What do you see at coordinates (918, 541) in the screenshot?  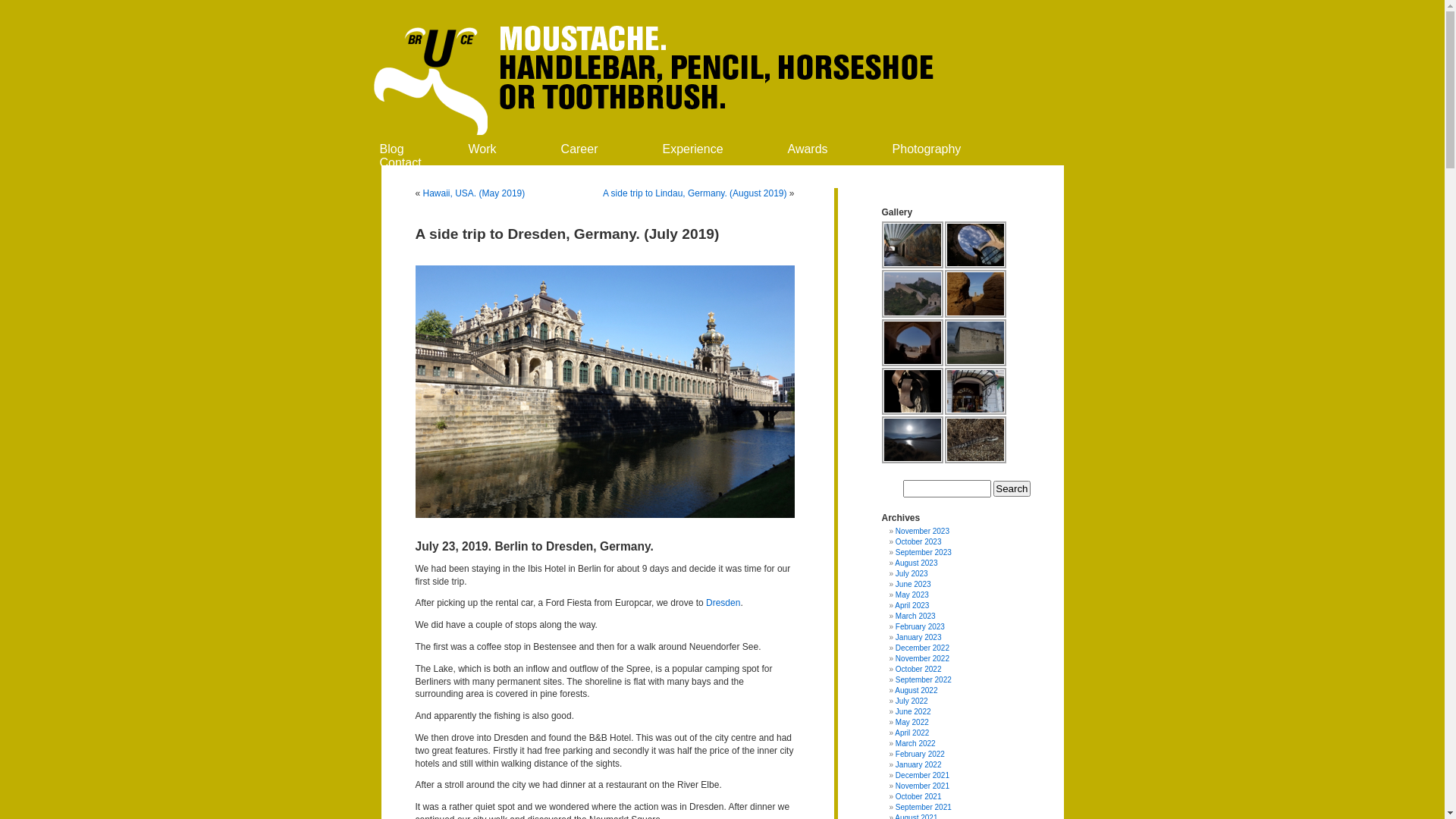 I see `'October 2023'` at bounding box center [918, 541].